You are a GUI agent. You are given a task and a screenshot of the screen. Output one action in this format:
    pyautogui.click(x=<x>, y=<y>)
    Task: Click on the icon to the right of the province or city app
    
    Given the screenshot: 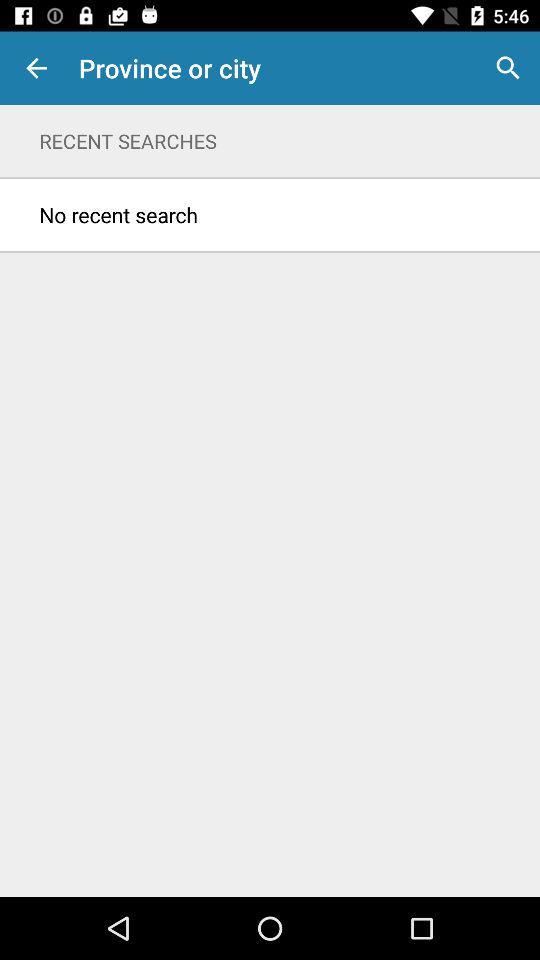 What is the action you would take?
    pyautogui.click(x=508, y=68)
    